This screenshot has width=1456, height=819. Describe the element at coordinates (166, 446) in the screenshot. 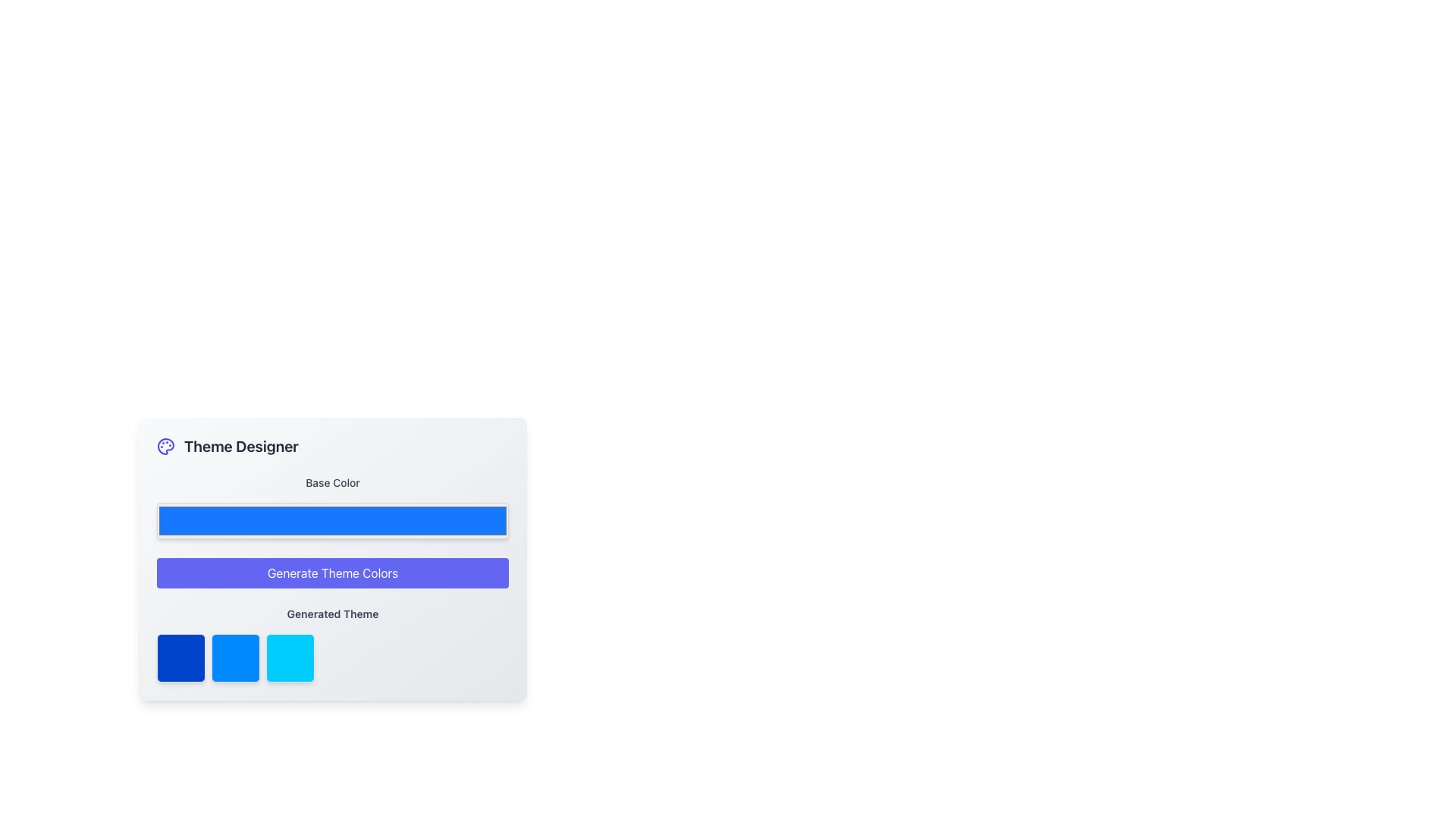

I see `the main circular part of the SVG palette icon in the 'Theme Designer' section using alternate input devices` at that location.